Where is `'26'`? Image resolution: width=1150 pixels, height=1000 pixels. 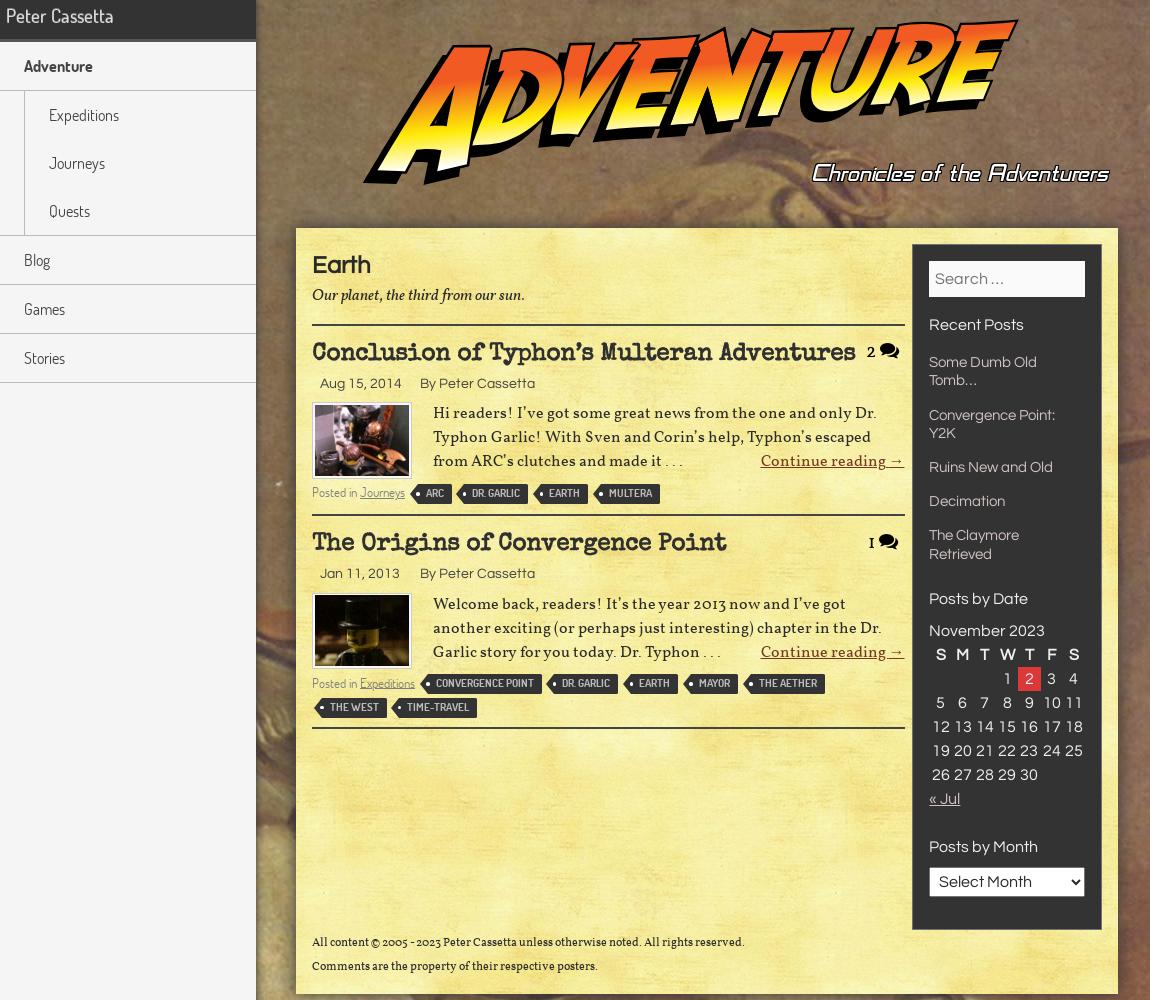
'26' is located at coordinates (931, 774).